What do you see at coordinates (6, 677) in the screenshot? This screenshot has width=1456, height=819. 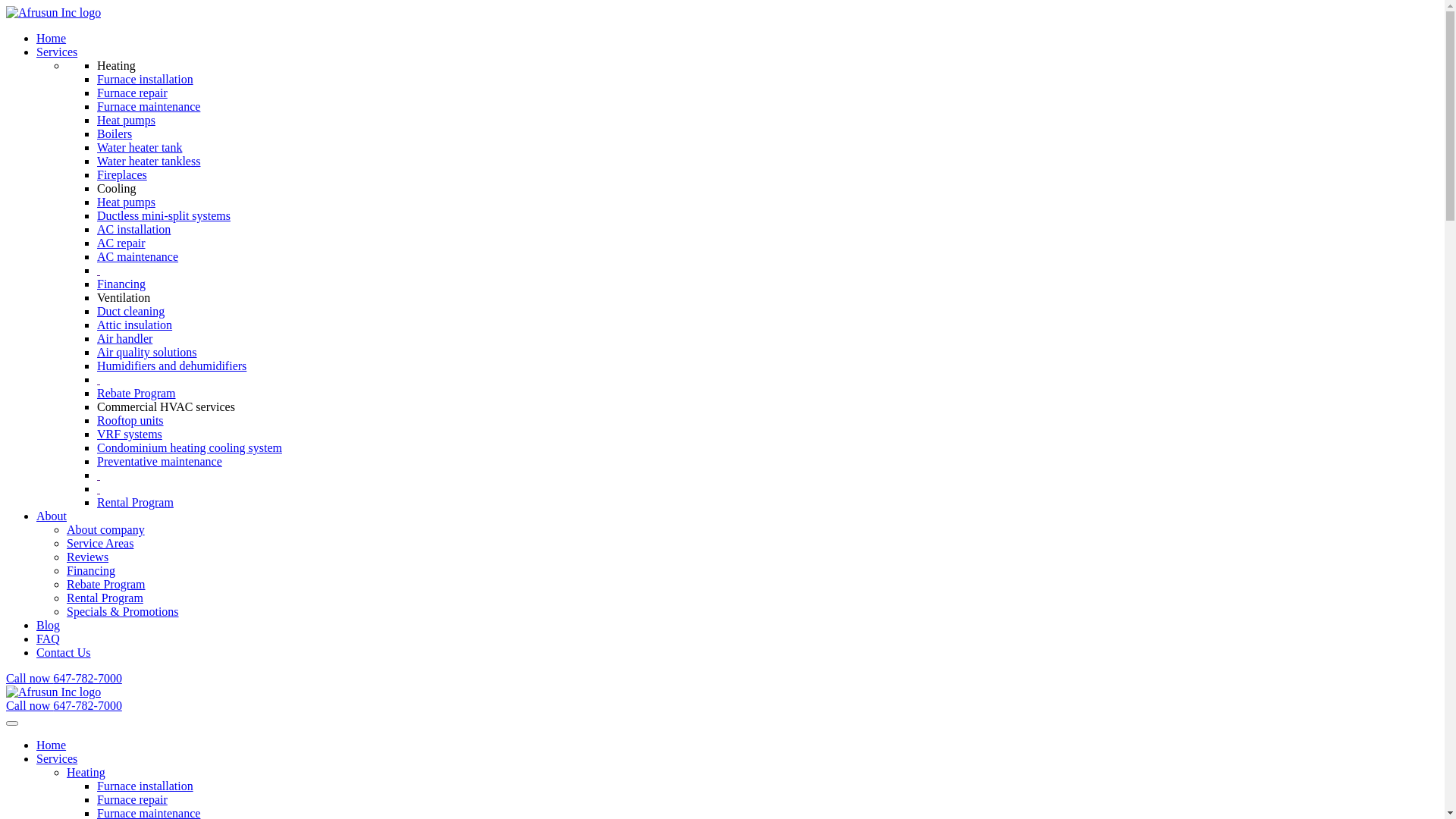 I see `'Call now 647-782-7000'` at bounding box center [6, 677].